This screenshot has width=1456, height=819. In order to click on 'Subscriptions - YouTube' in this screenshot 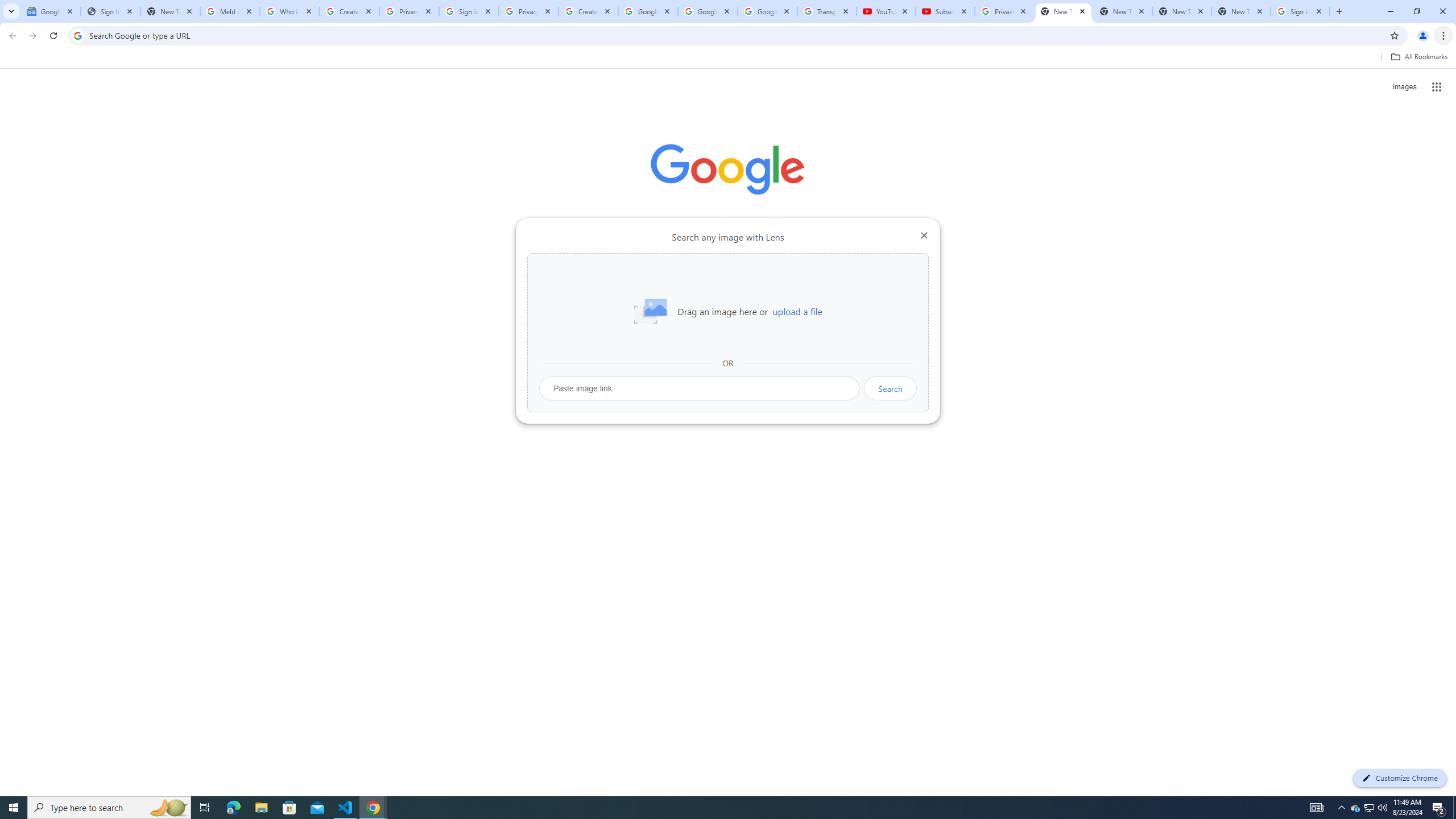, I will do `click(944, 11)`.